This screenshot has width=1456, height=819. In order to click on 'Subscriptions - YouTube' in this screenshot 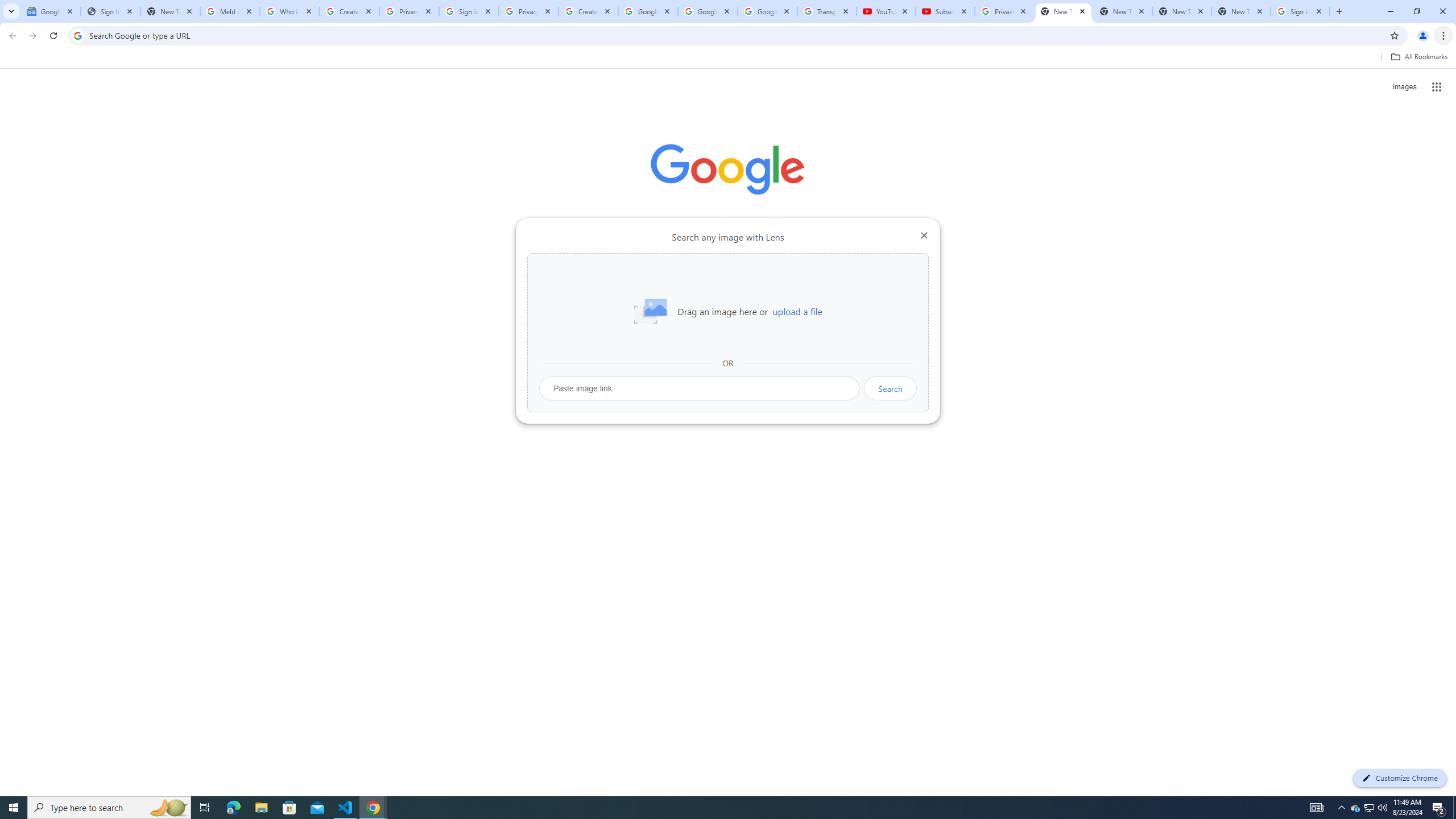, I will do `click(944, 11)`.